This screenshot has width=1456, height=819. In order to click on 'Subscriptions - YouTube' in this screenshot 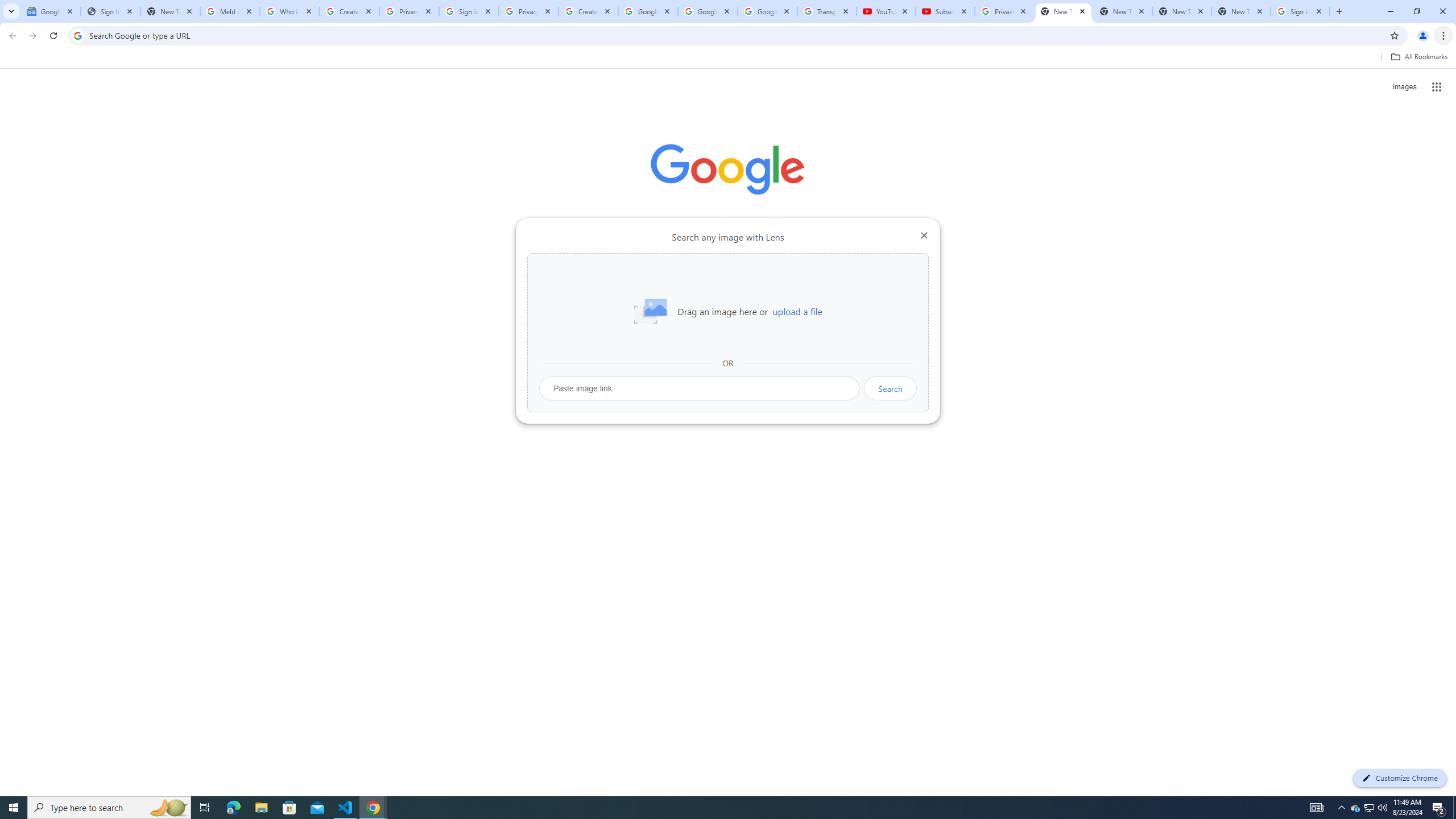, I will do `click(944, 11)`.